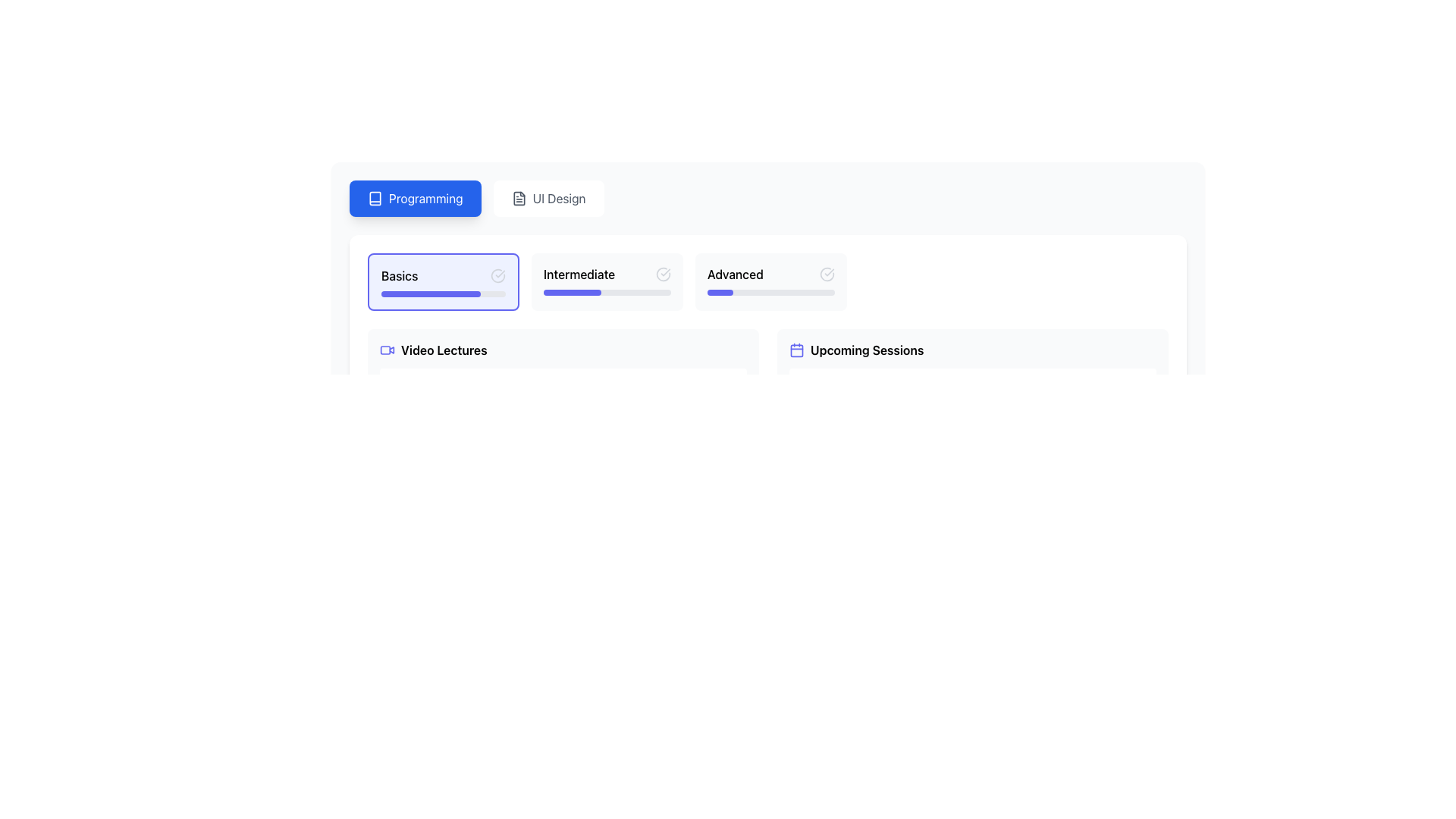 The width and height of the screenshot is (1456, 819). Describe the element at coordinates (443, 294) in the screenshot. I see `the progress bar located within the 'Basics' card, which visually represents the completion status of the 'Basics' section` at that location.